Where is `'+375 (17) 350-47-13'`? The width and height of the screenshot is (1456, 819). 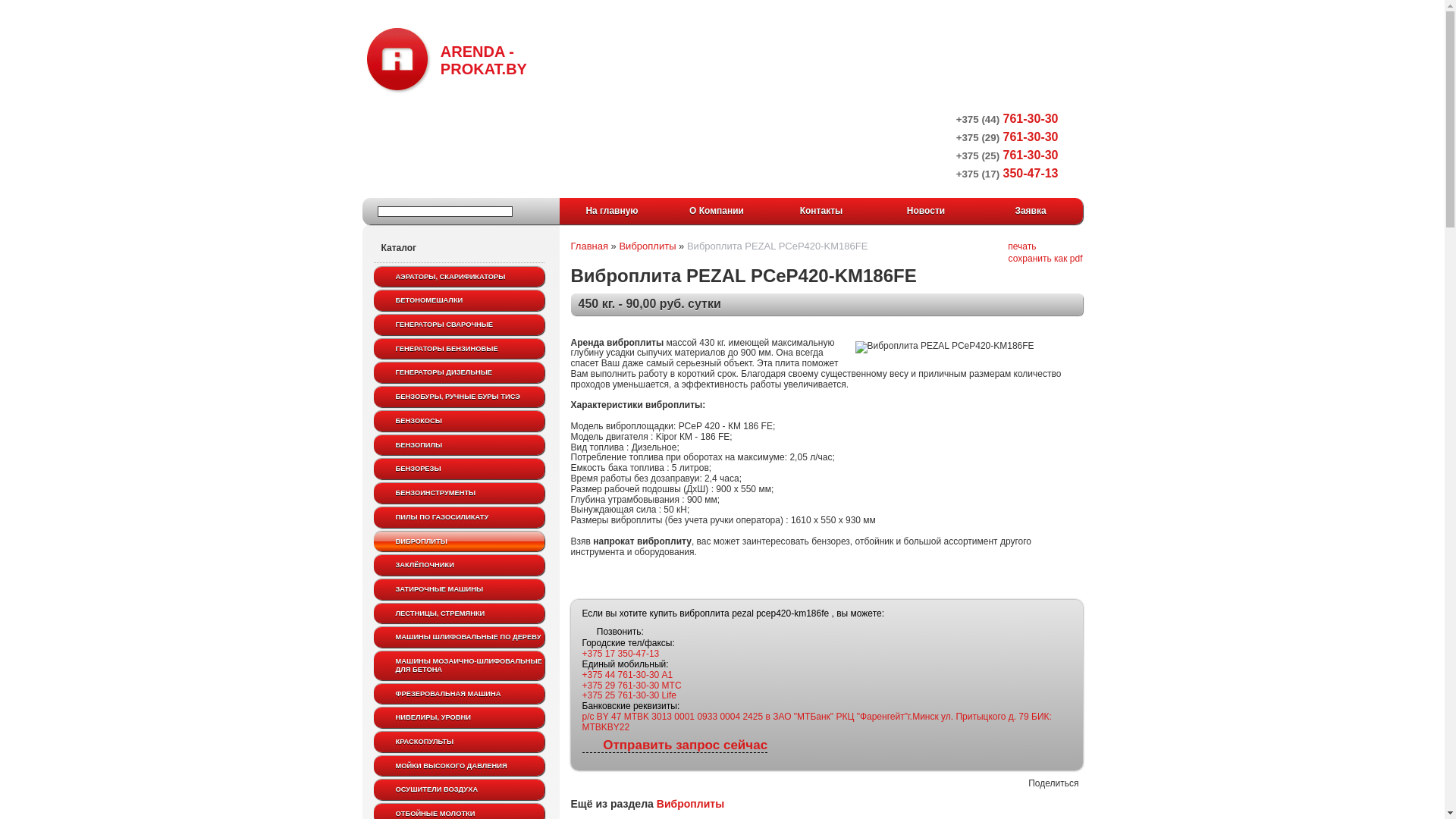 '+375 (17) 350-47-13' is located at coordinates (1007, 172).